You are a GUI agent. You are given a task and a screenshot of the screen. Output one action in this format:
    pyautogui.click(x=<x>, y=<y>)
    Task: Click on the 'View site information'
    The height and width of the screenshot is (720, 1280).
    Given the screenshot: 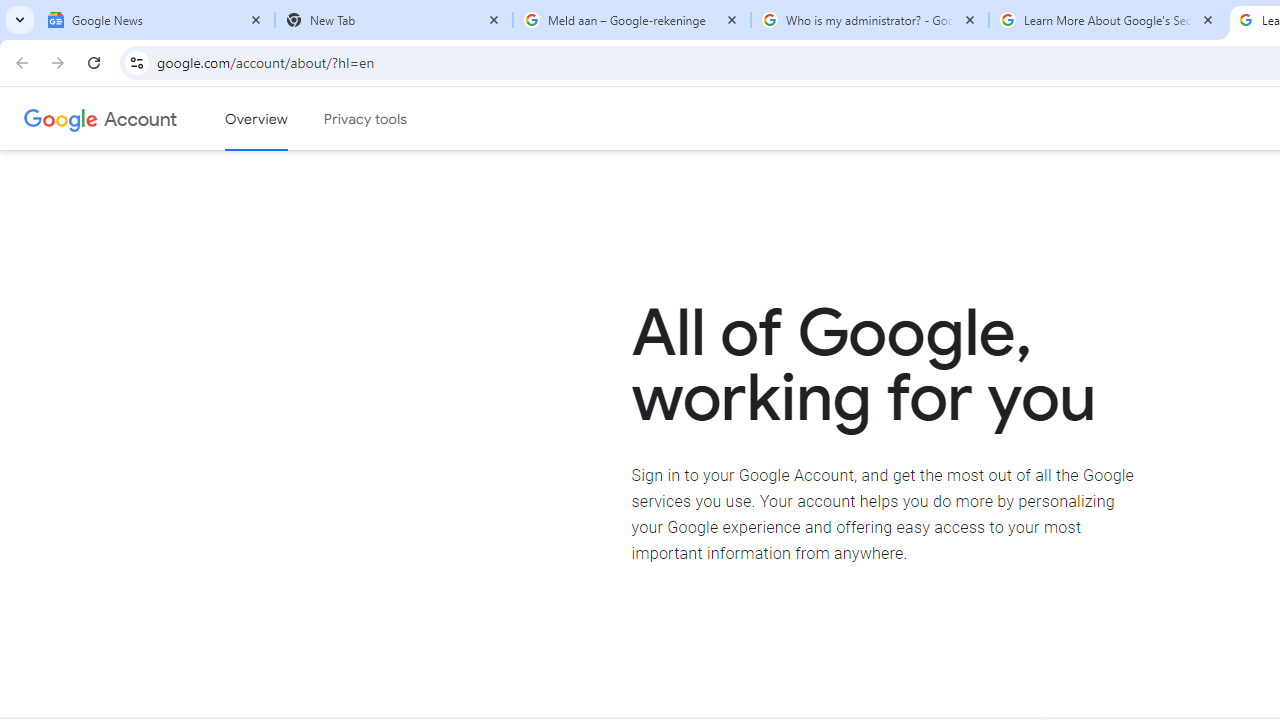 What is the action you would take?
    pyautogui.click(x=135, y=61)
    